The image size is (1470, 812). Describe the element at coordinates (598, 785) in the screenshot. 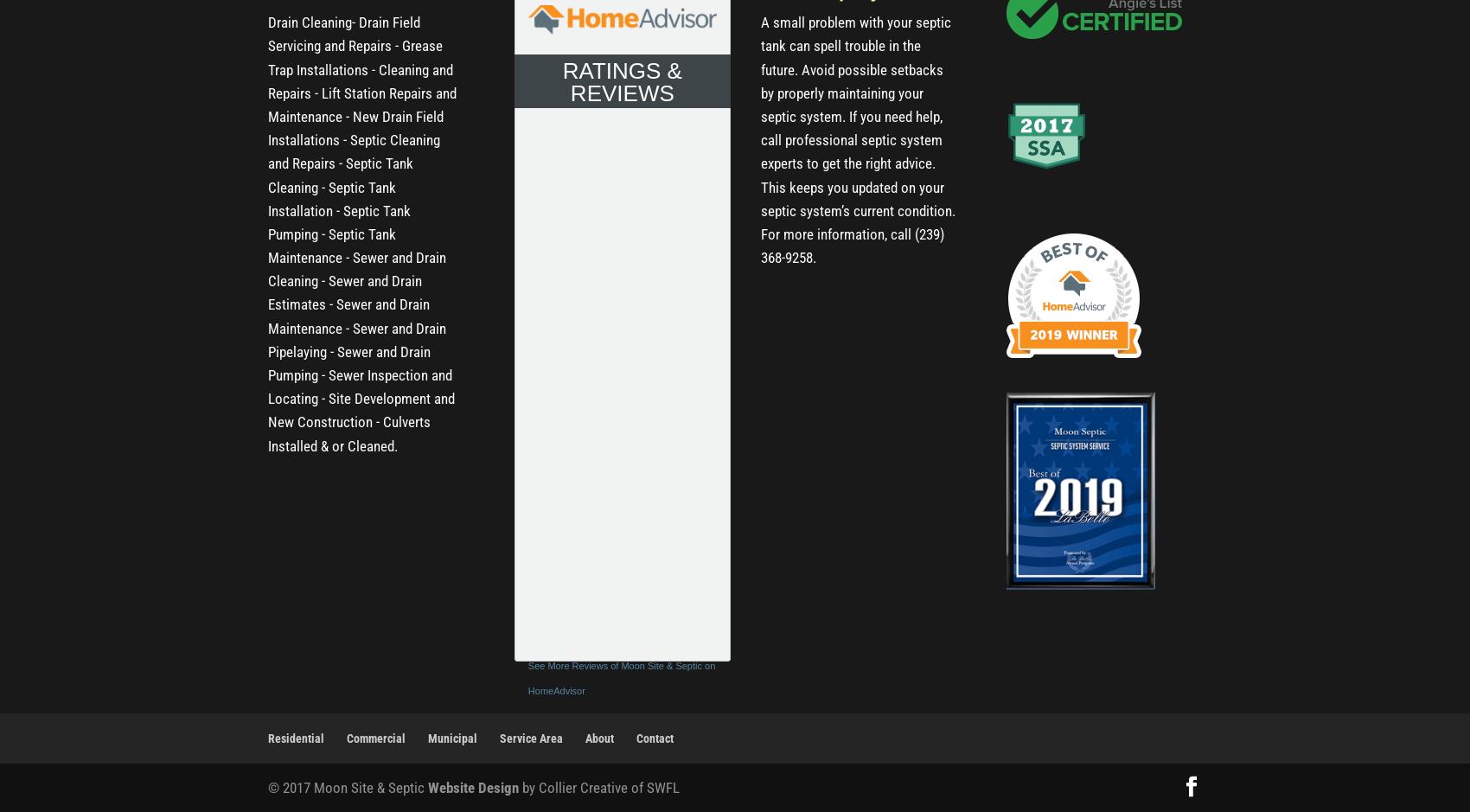

I see `'by Collier Creative of SWFL'` at that location.